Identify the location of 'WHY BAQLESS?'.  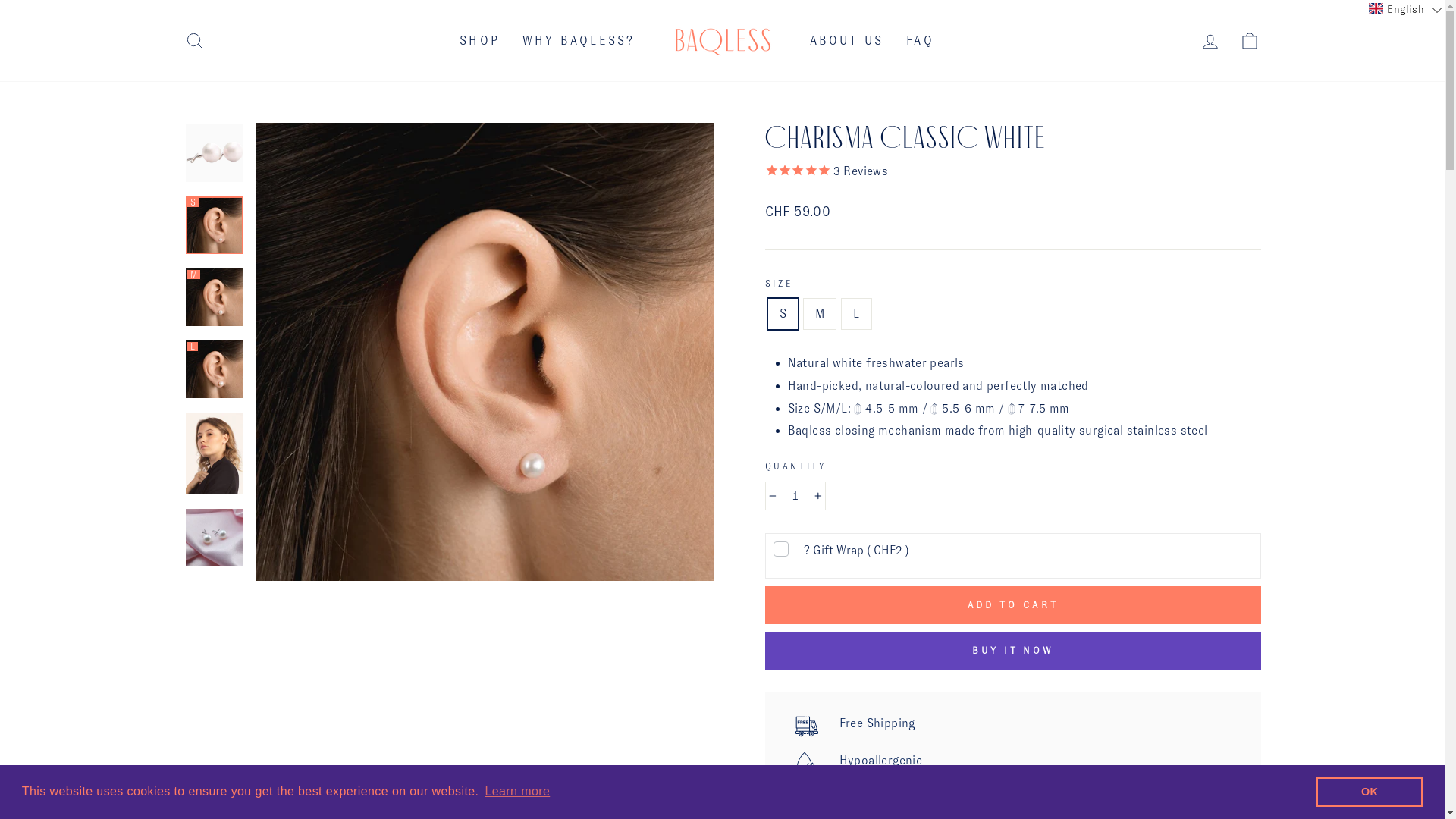
(578, 39).